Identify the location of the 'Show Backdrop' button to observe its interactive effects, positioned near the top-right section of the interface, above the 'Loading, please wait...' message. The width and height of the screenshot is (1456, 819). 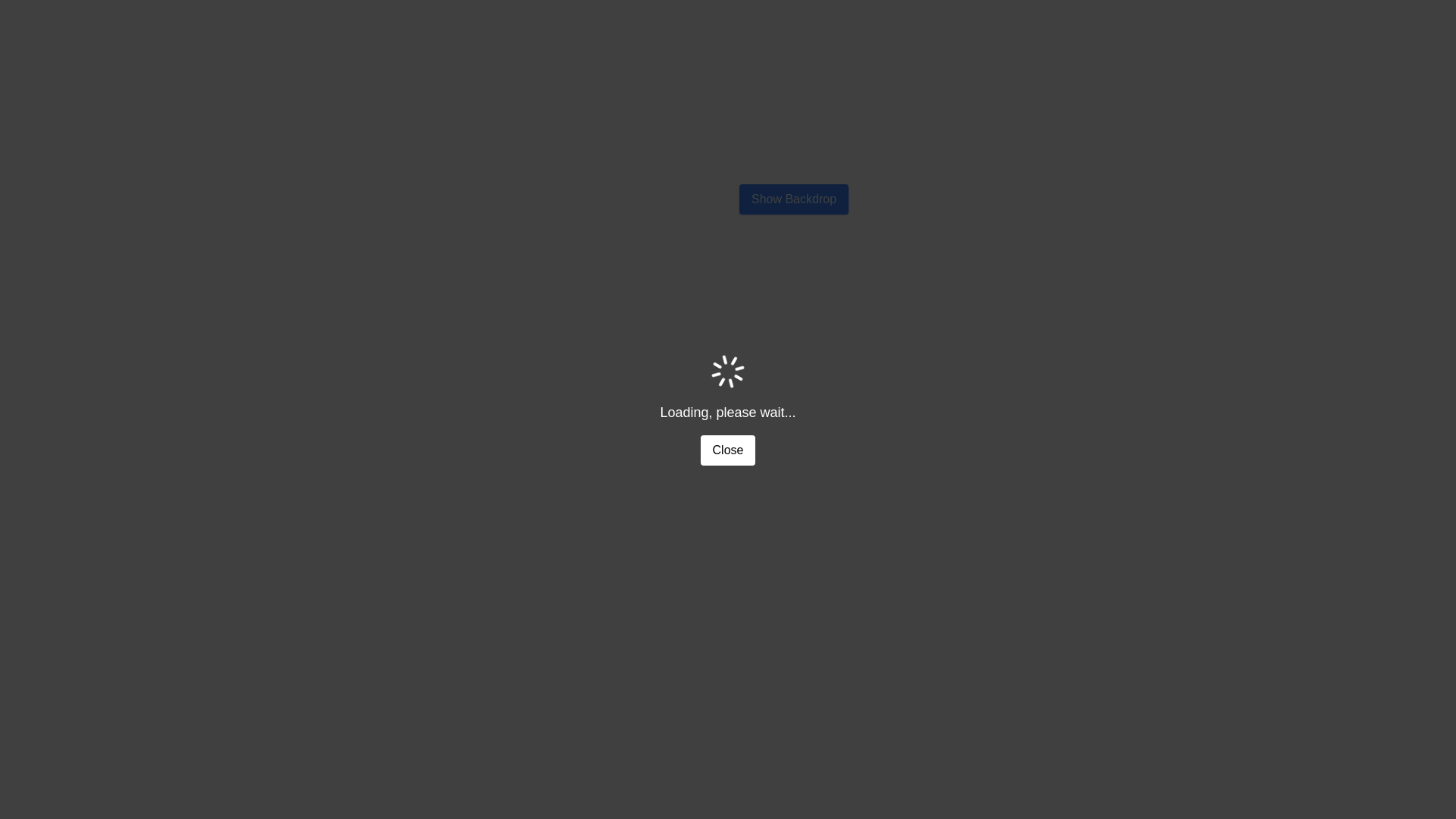
(792, 198).